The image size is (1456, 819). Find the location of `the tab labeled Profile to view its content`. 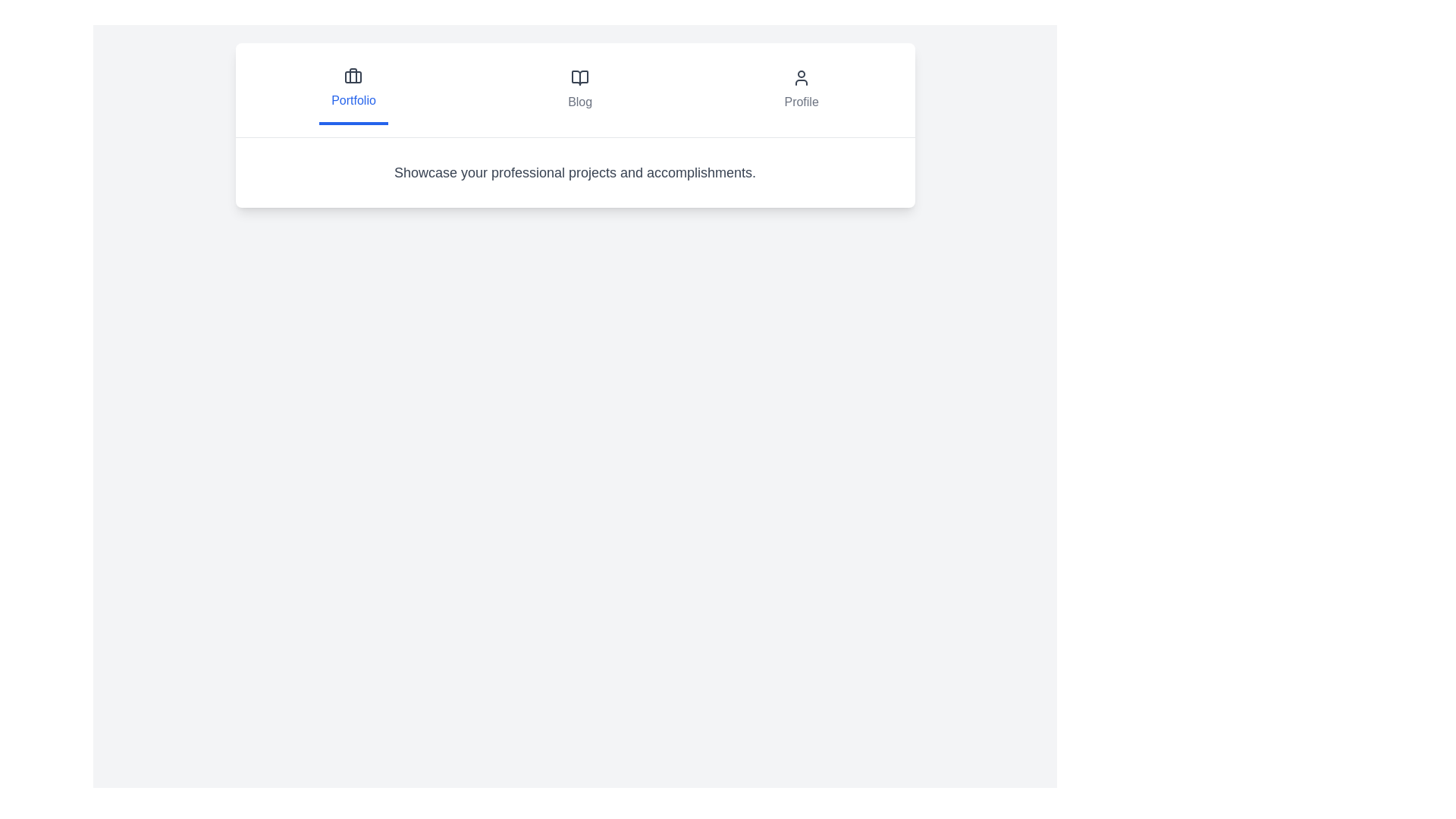

the tab labeled Profile to view its content is located at coordinates (801, 90).